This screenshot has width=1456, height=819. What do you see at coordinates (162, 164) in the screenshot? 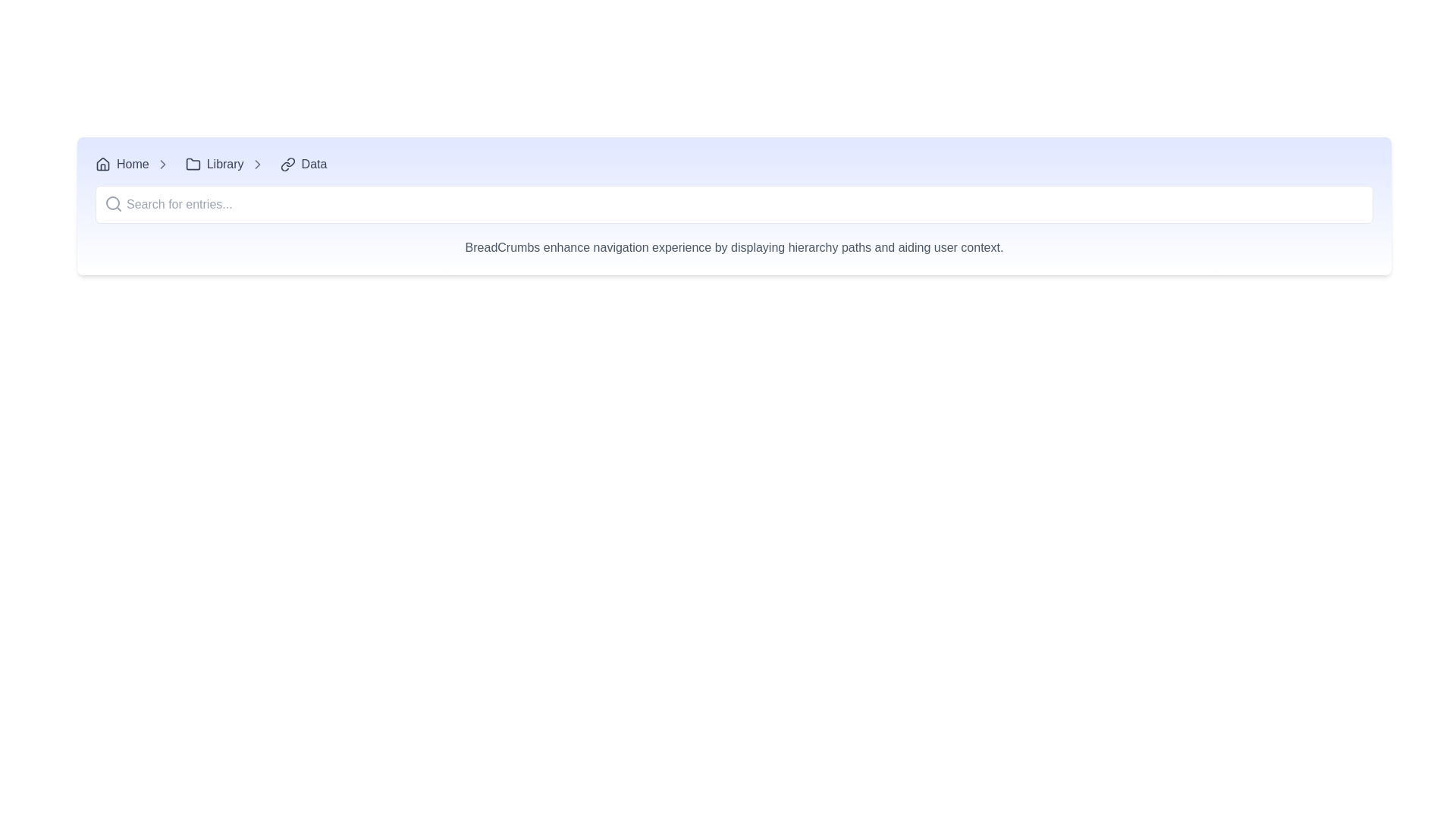
I see `the right-pointing chevron icon located in the breadcrumb trail, positioned to the right of the 'Home' text and preceding the 'Library' text` at bounding box center [162, 164].